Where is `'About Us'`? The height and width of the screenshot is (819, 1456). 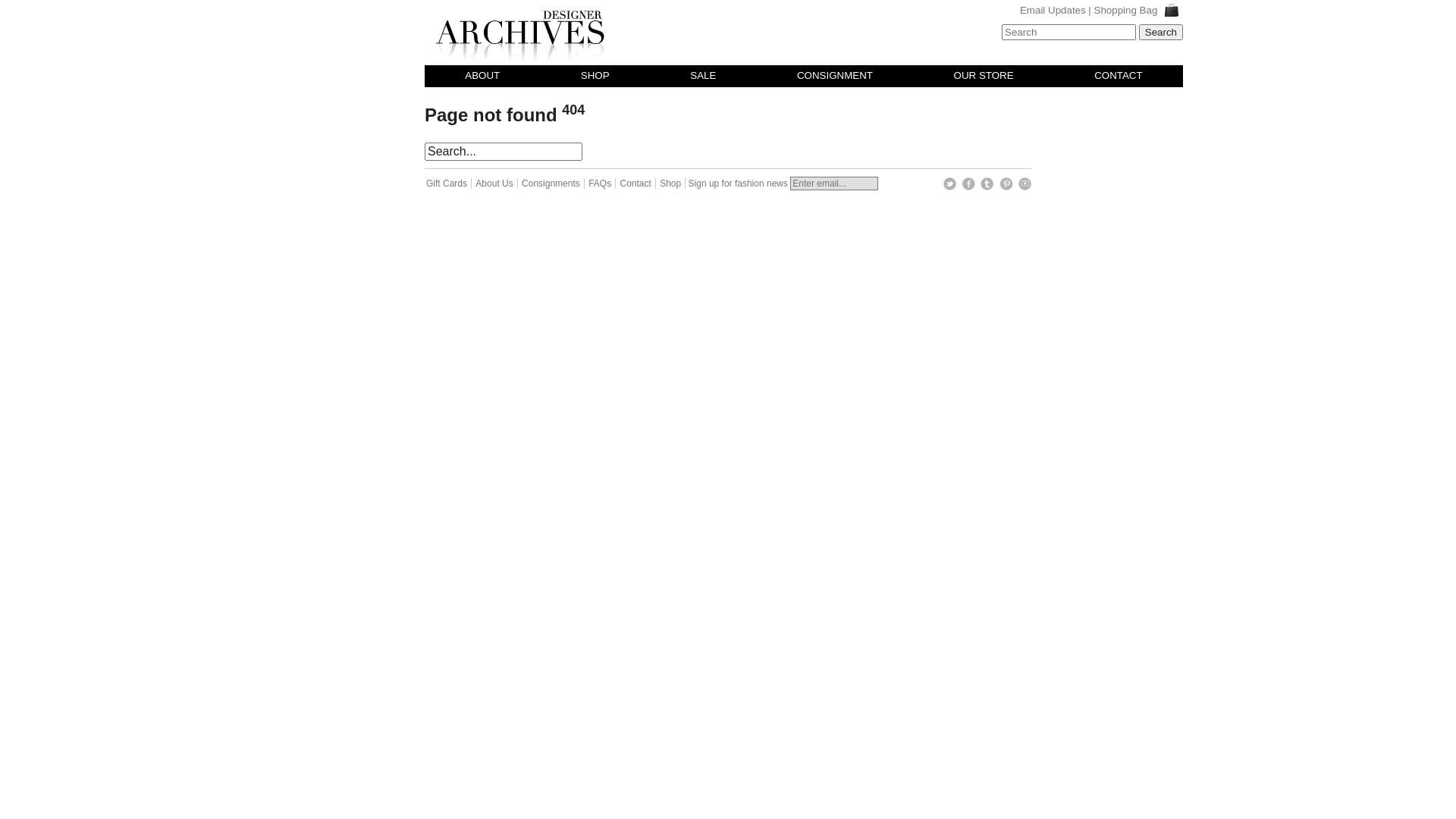
'About Us' is located at coordinates (495, 183).